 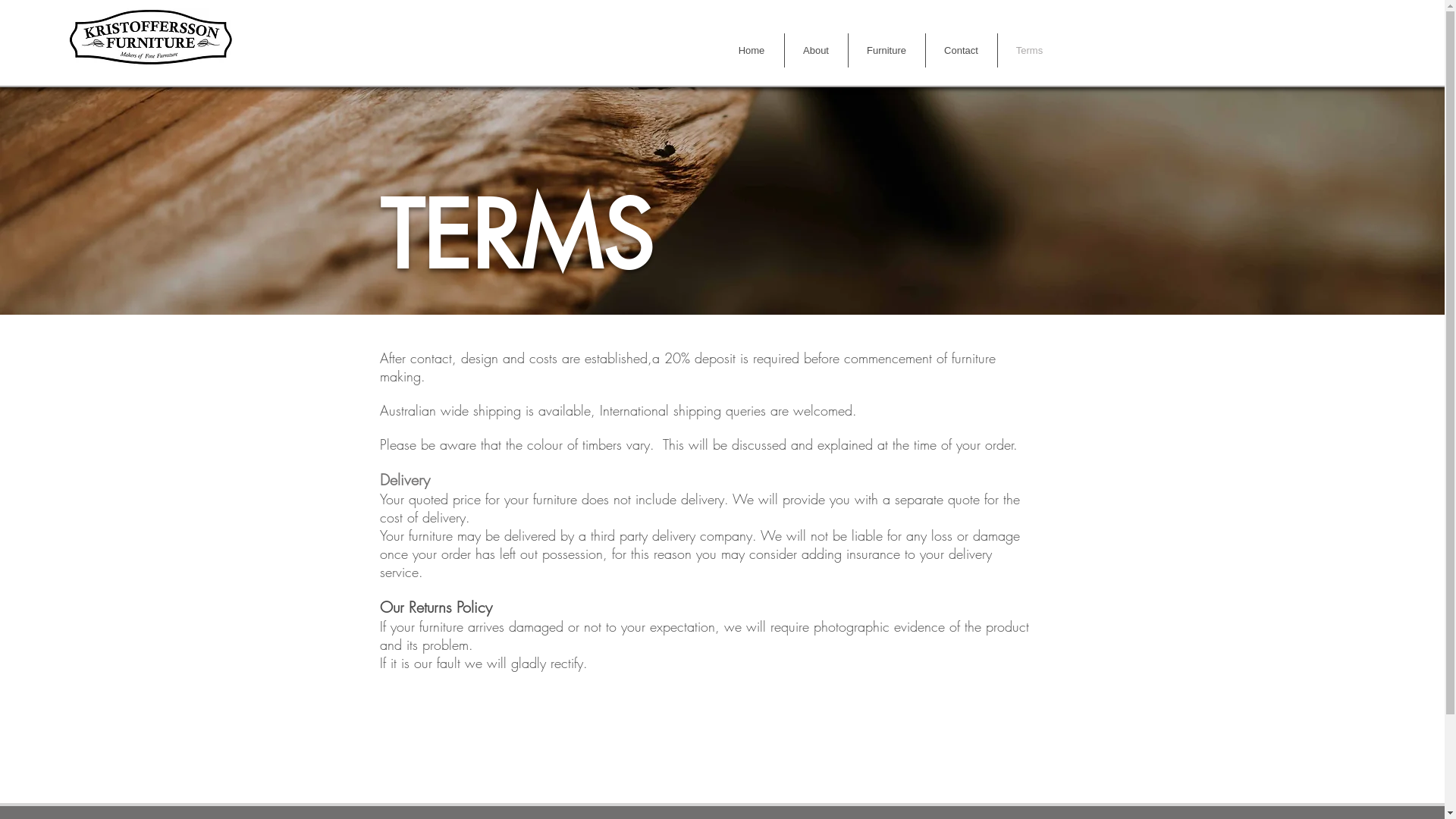 I want to click on 'Home', so click(x=751, y=49).